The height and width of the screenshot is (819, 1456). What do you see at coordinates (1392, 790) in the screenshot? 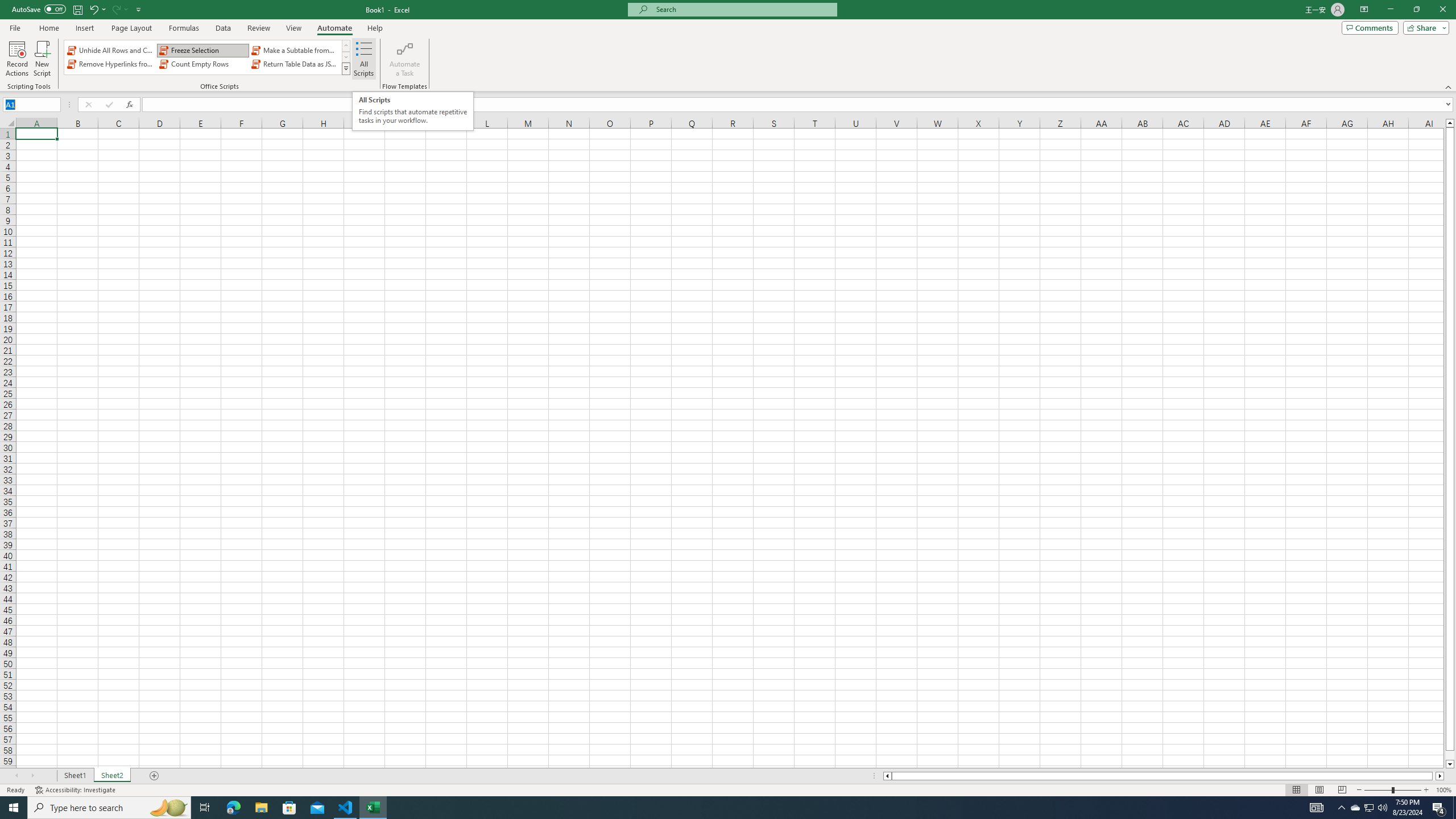
I see `'Zoom'` at bounding box center [1392, 790].